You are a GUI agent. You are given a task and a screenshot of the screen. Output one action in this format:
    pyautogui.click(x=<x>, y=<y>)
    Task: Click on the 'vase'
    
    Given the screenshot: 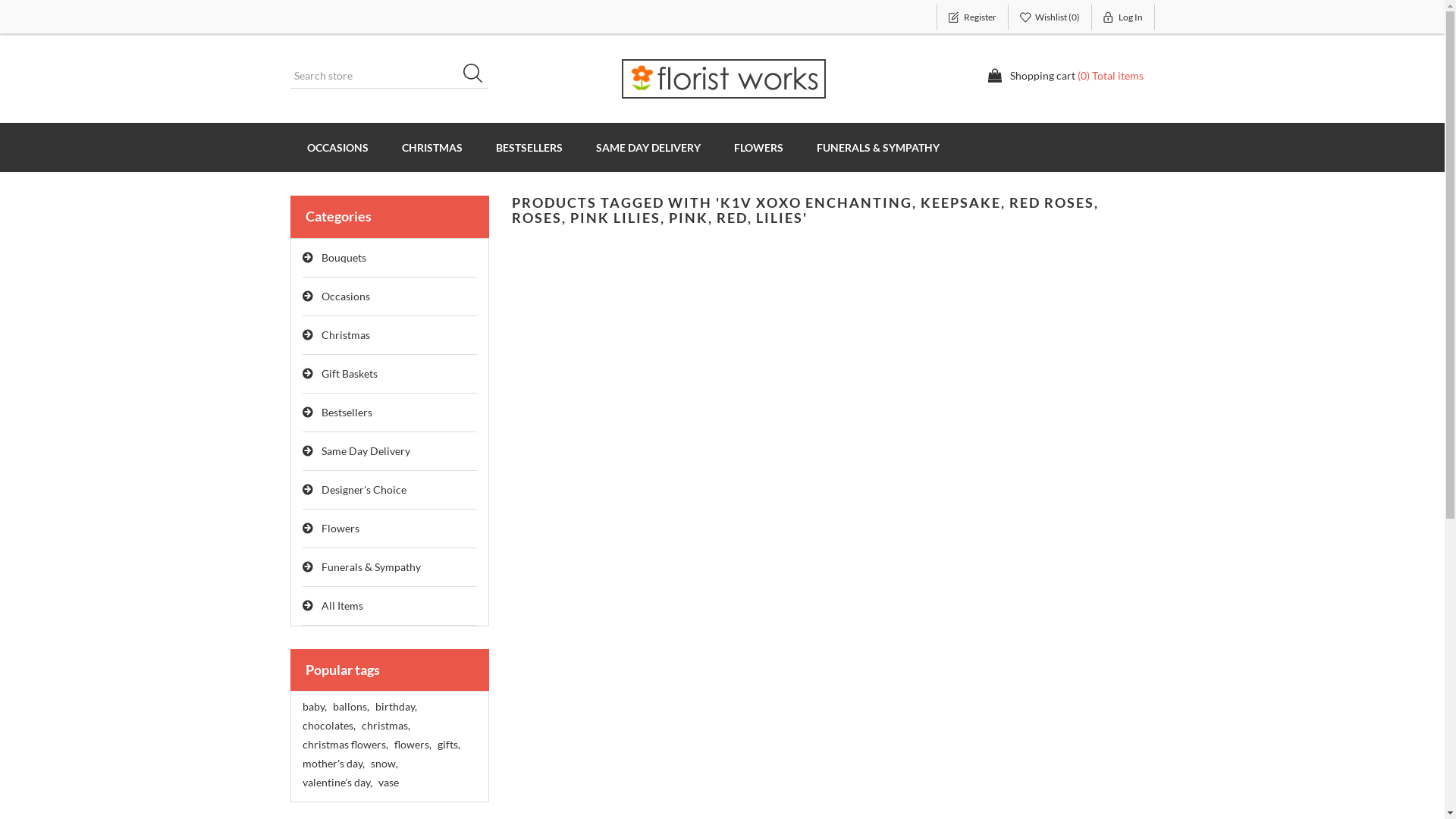 What is the action you would take?
    pyautogui.click(x=388, y=783)
    